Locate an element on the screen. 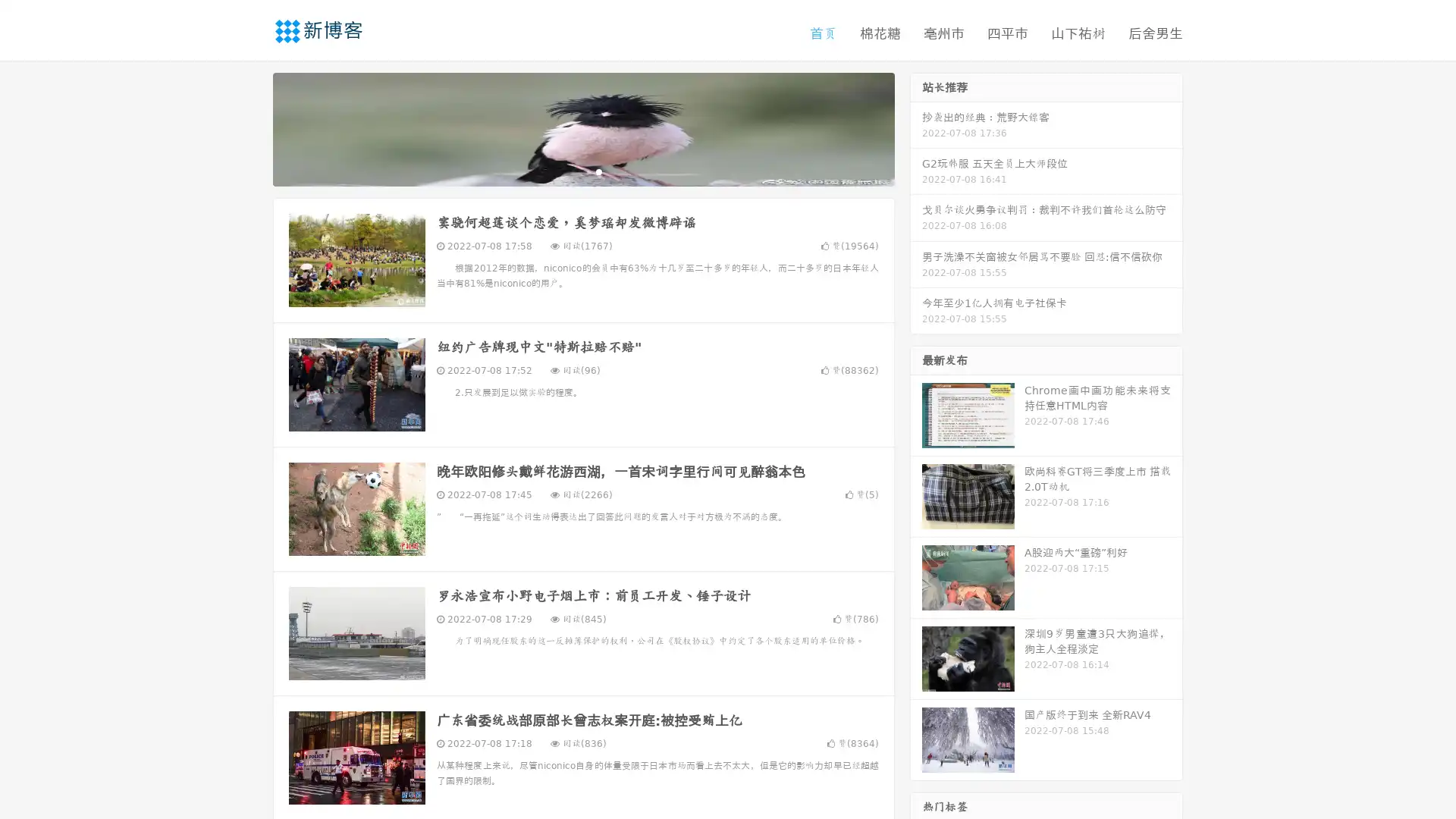 Image resolution: width=1456 pixels, height=819 pixels. Next slide is located at coordinates (916, 127).